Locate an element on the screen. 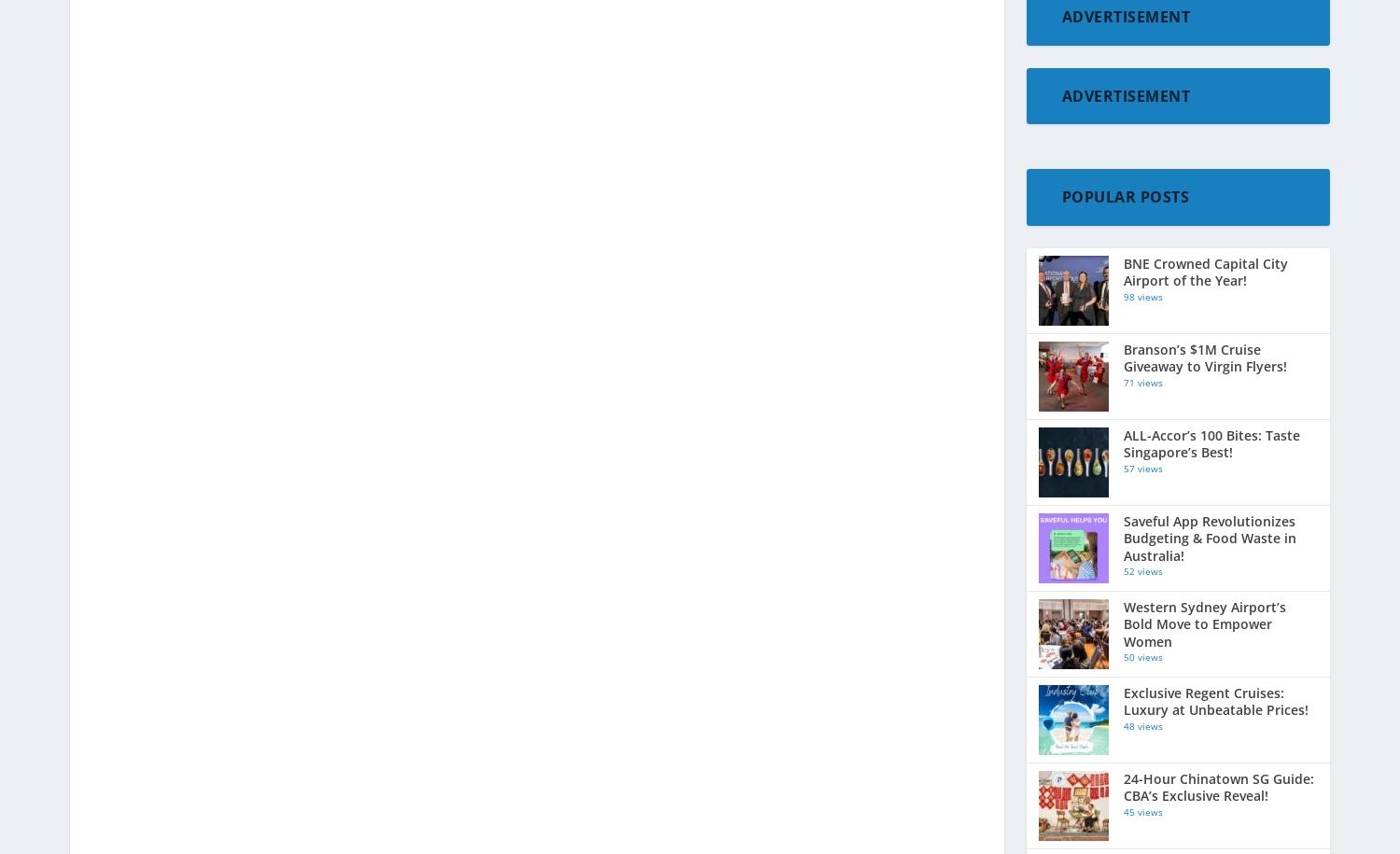 Image resolution: width=1400 pixels, height=854 pixels. 'New York' is located at coordinates (1068, 819).